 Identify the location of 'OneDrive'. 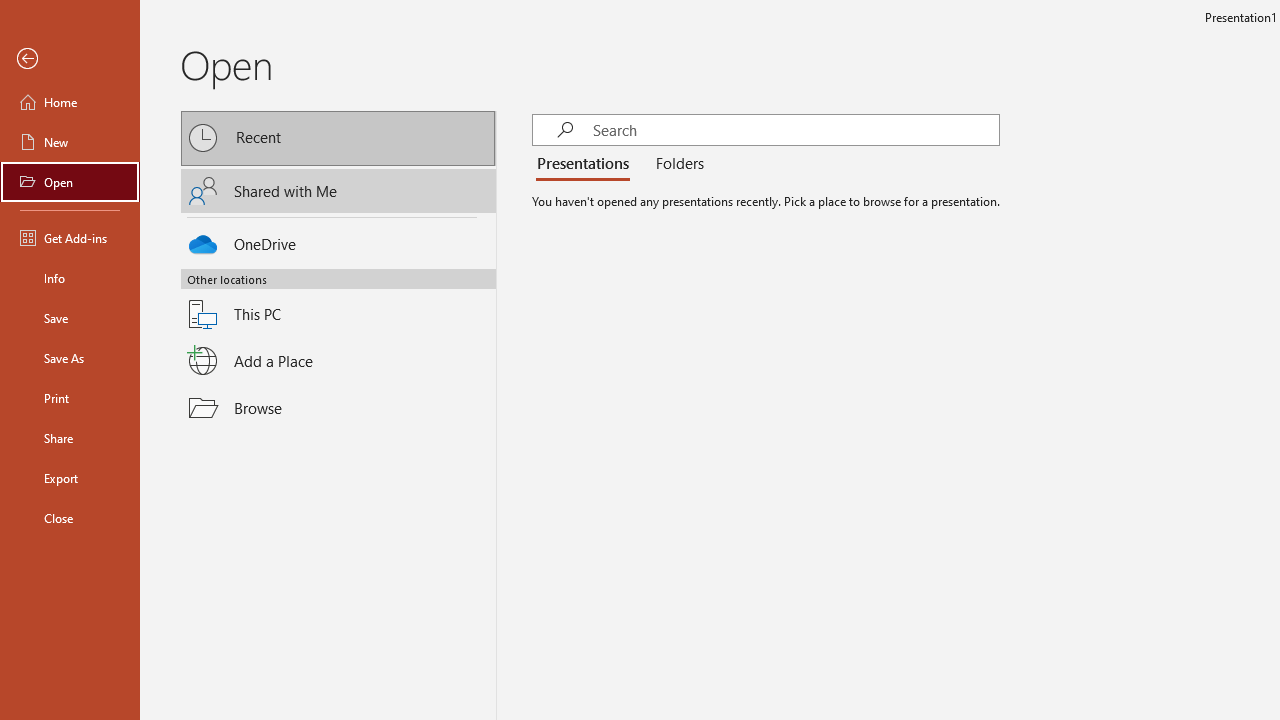
(338, 239).